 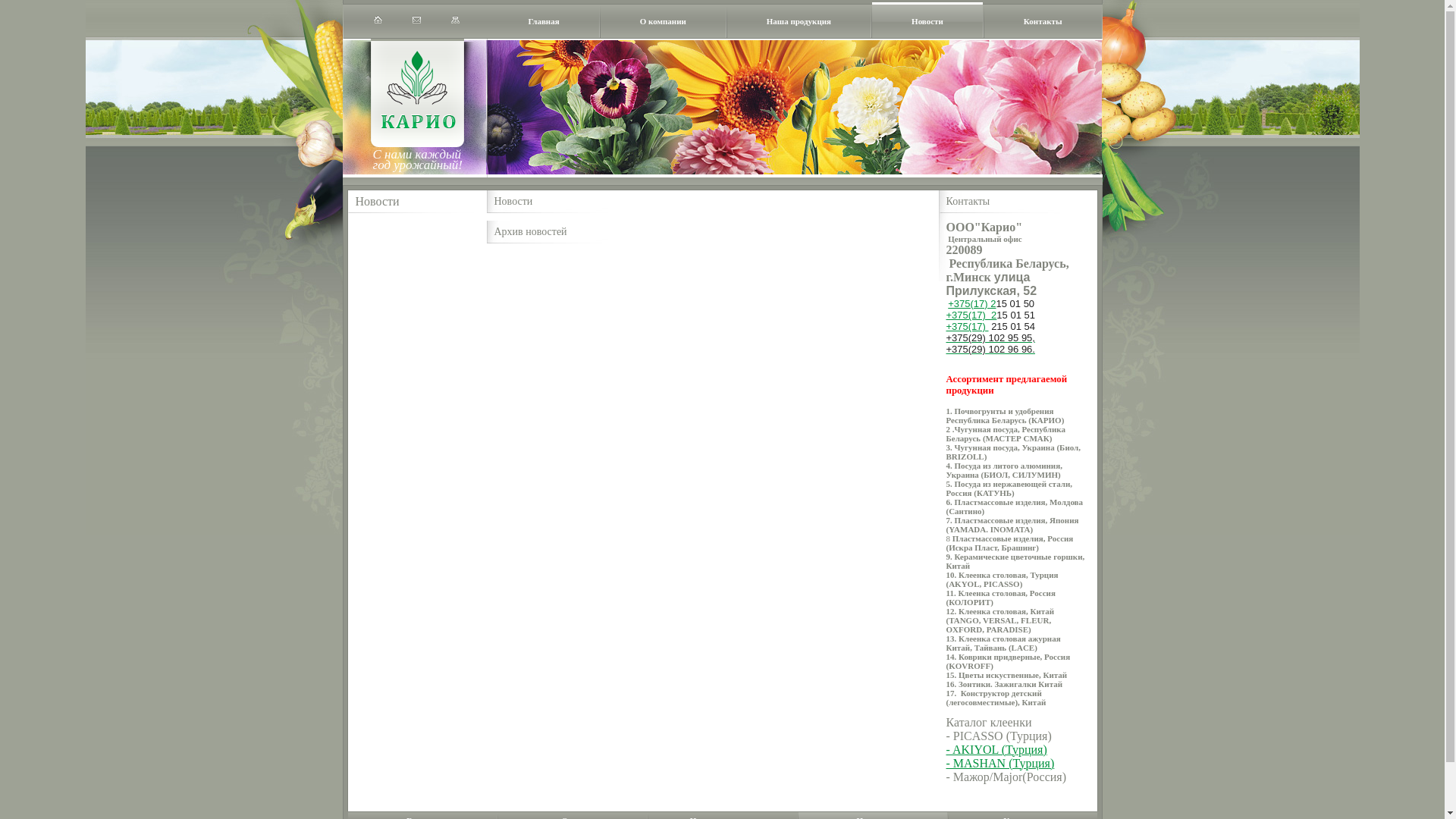 I want to click on '+375(17)  2', so click(x=946, y=314).